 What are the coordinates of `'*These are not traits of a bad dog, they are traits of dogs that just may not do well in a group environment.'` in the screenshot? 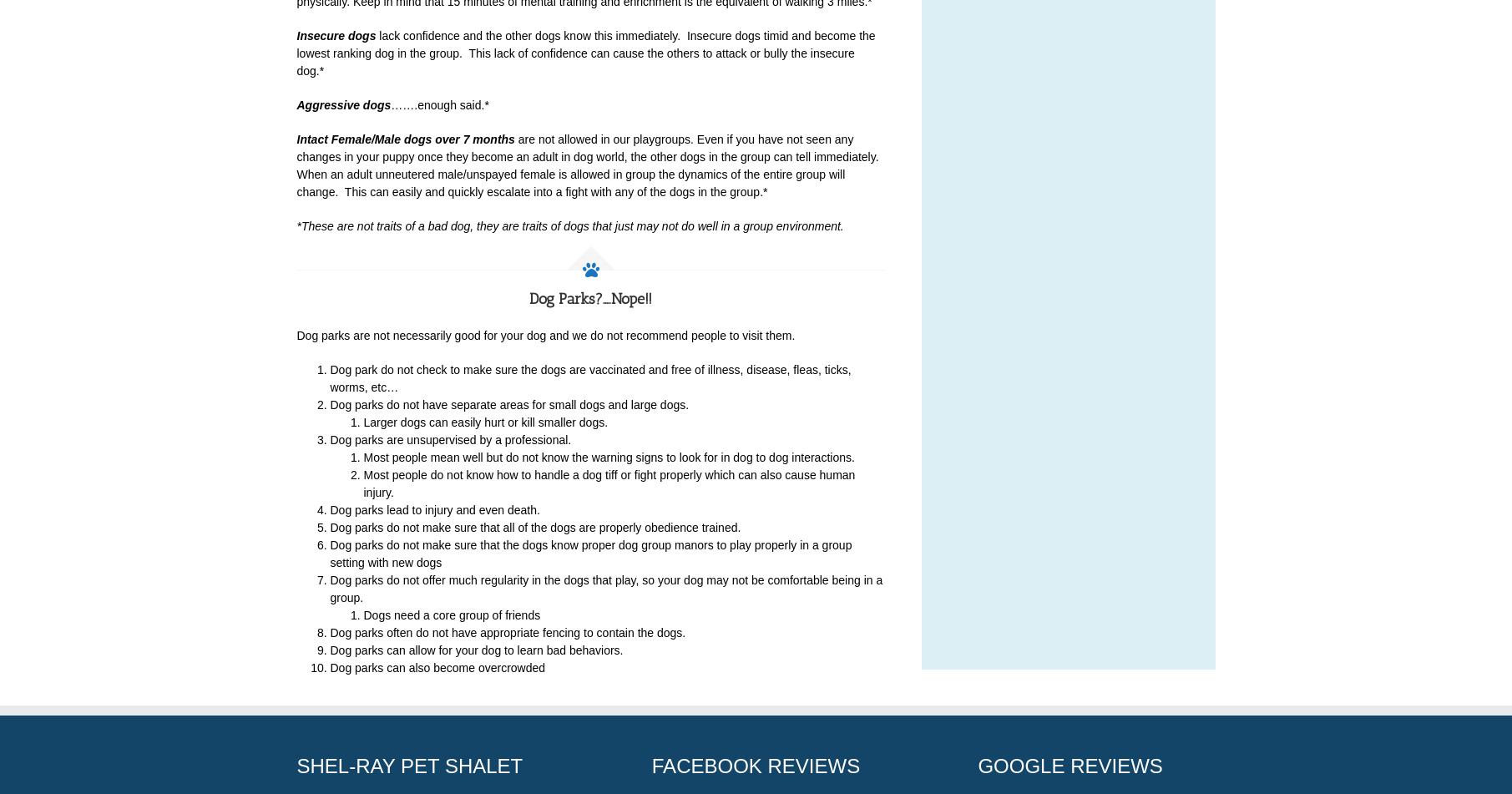 It's located at (569, 226).